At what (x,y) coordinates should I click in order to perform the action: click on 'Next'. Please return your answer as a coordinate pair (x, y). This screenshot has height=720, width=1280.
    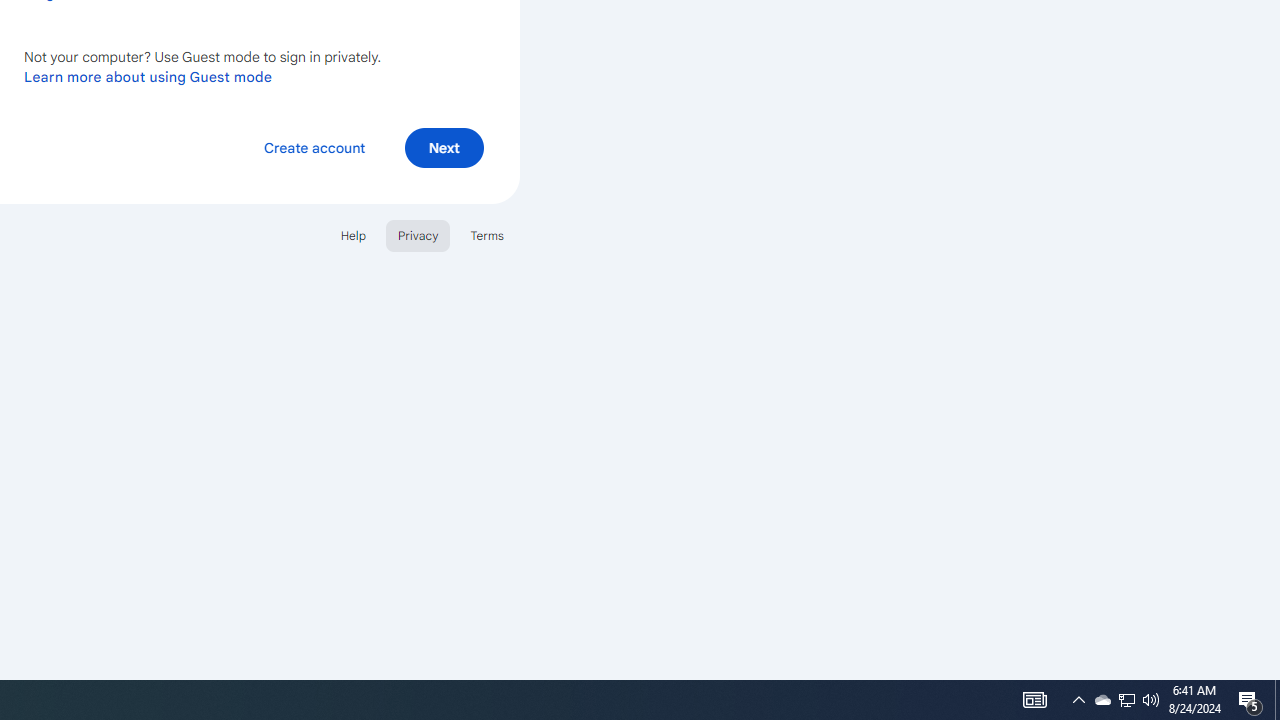
    Looking at the image, I should click on (443, 146).